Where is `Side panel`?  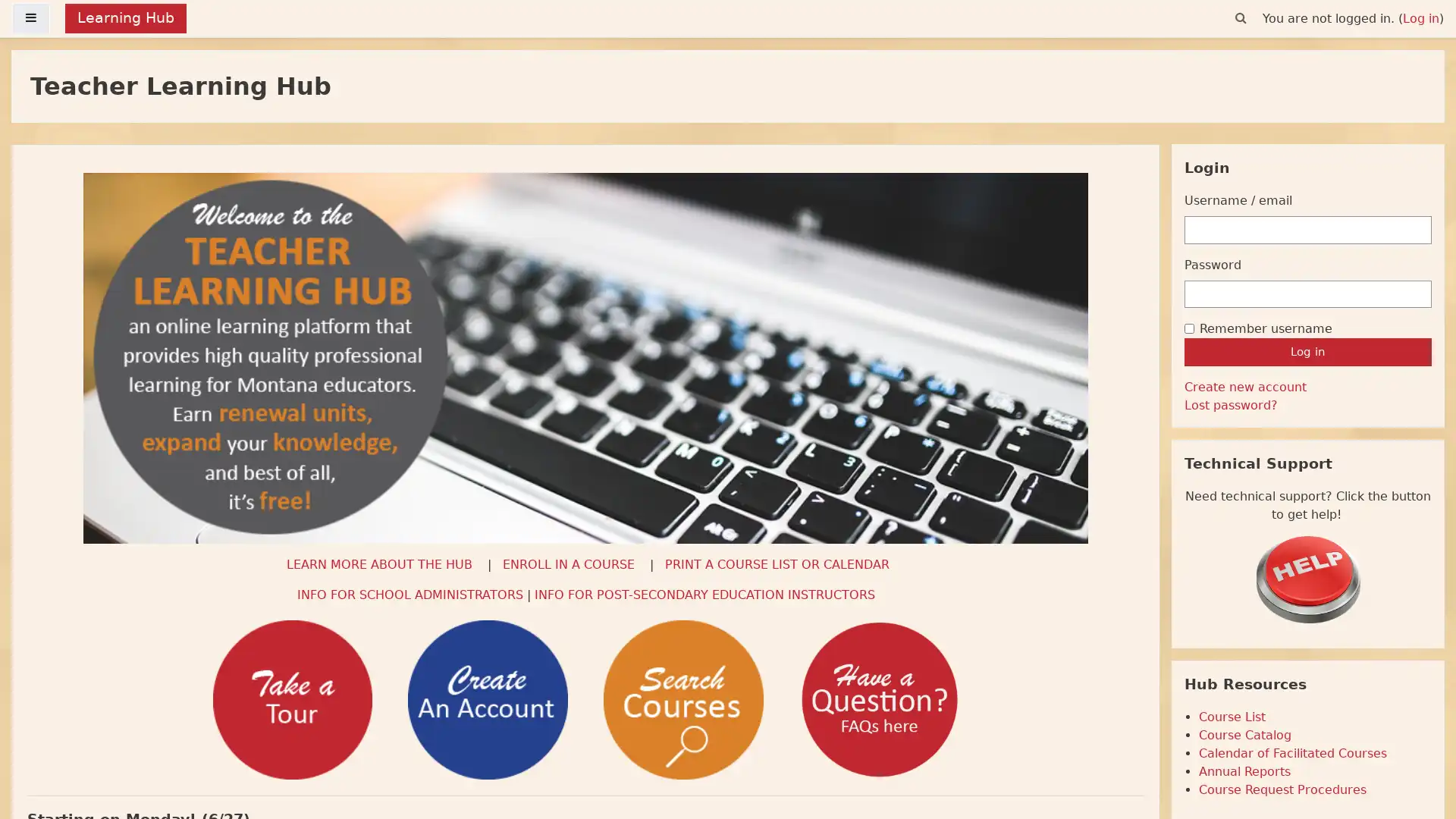 Side panel is located at coordinates (31, 17).